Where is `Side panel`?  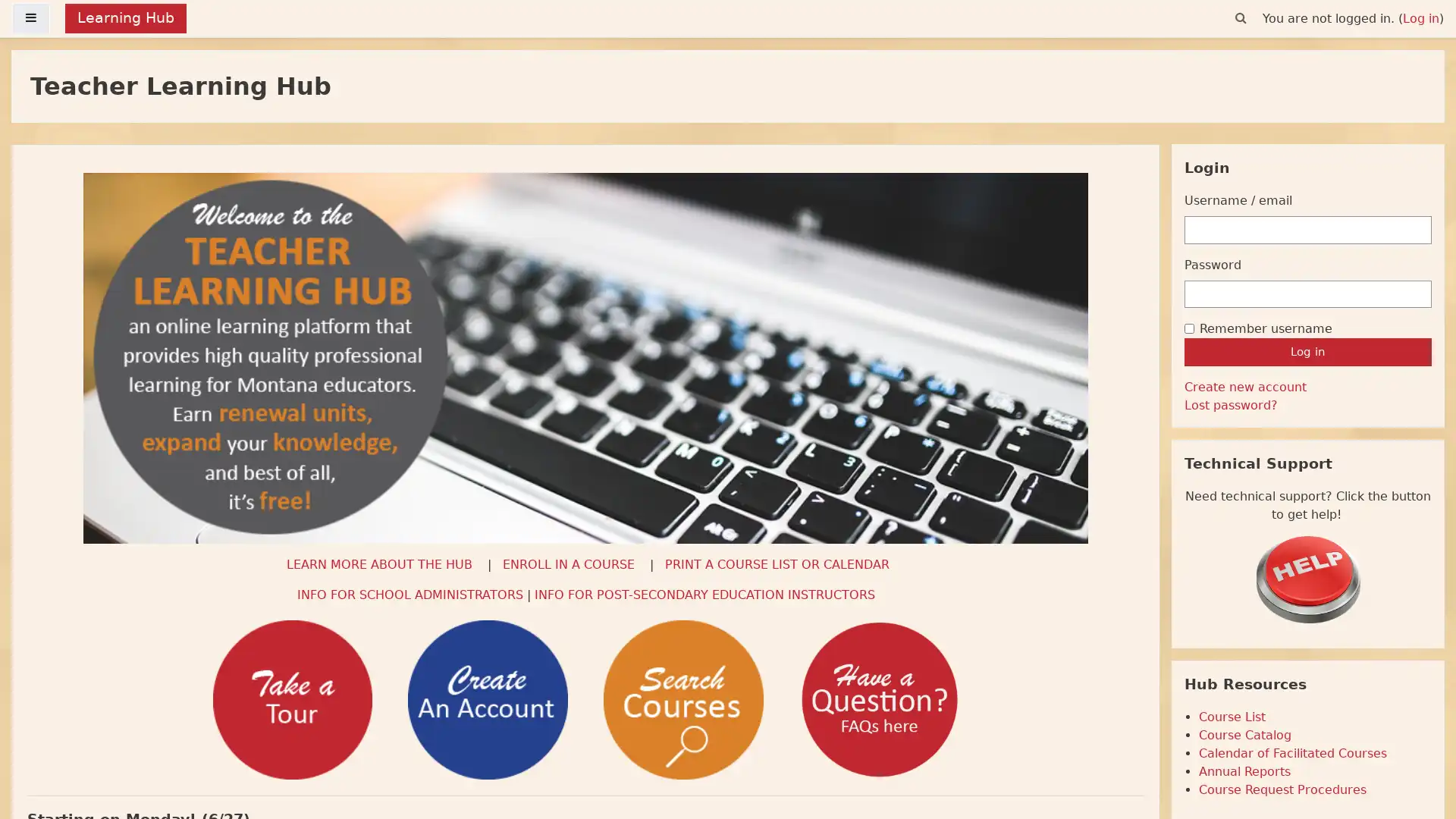 Side panel is located at coordinates (31, 17).